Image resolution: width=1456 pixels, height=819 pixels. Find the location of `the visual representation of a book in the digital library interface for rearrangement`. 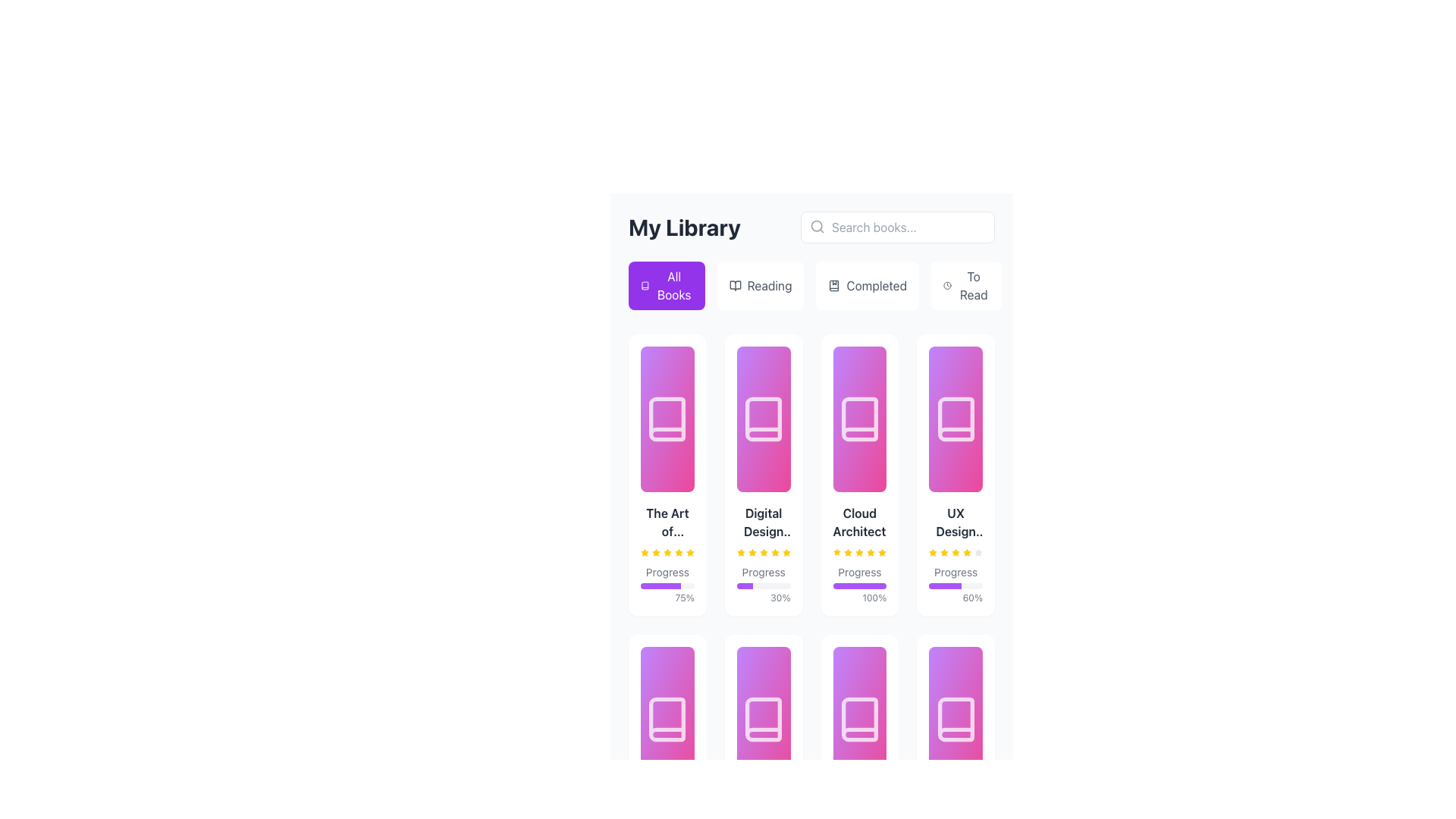

the visual representation of a book in the digital library interface for rearrangement is located at coordinates (859, 718).